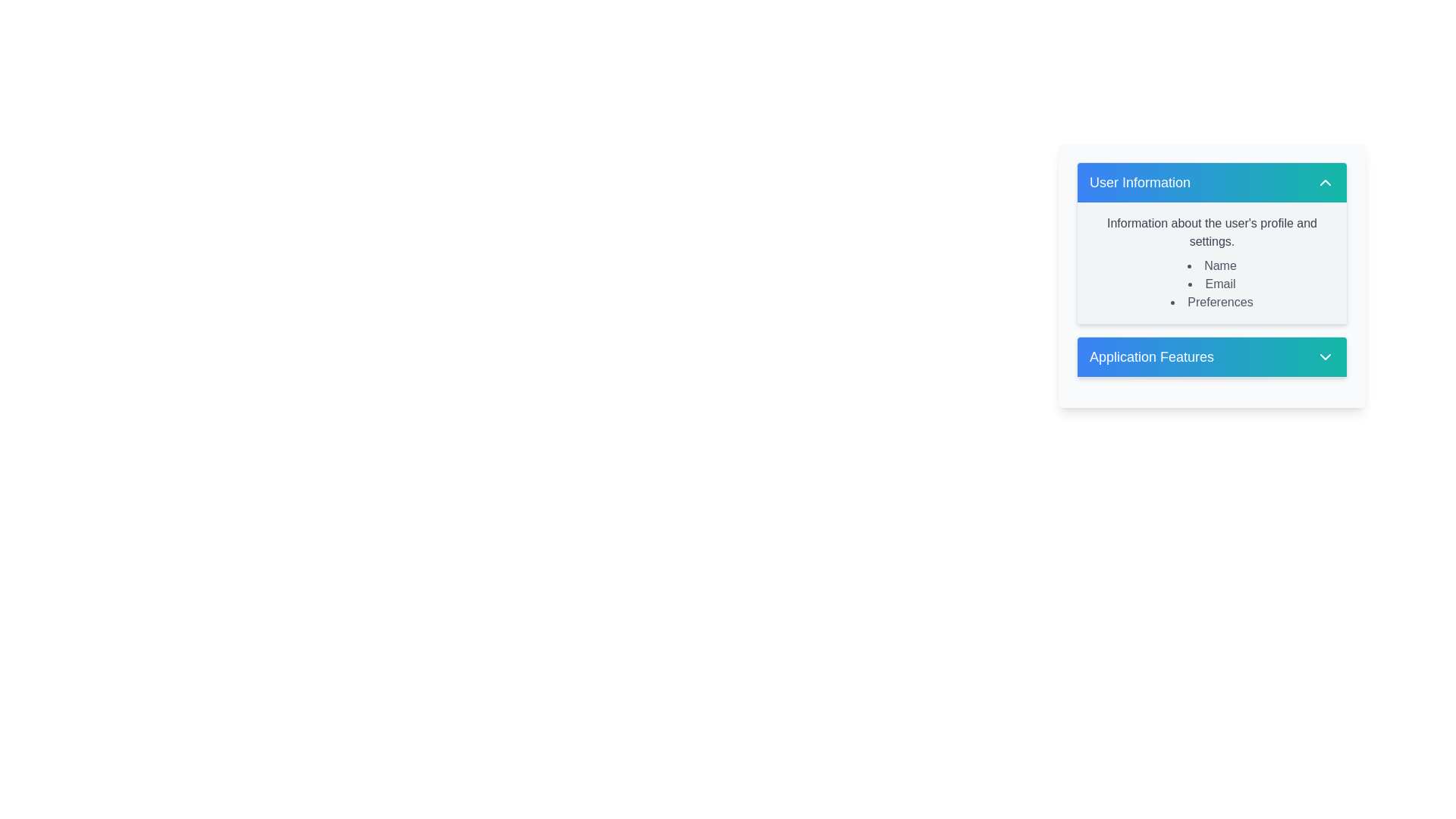  Describe the element at coordinates (1324, 181) in the screenshot. I see `the collapse/expand icon located at the far right of the 'User Information' section header` at that location.